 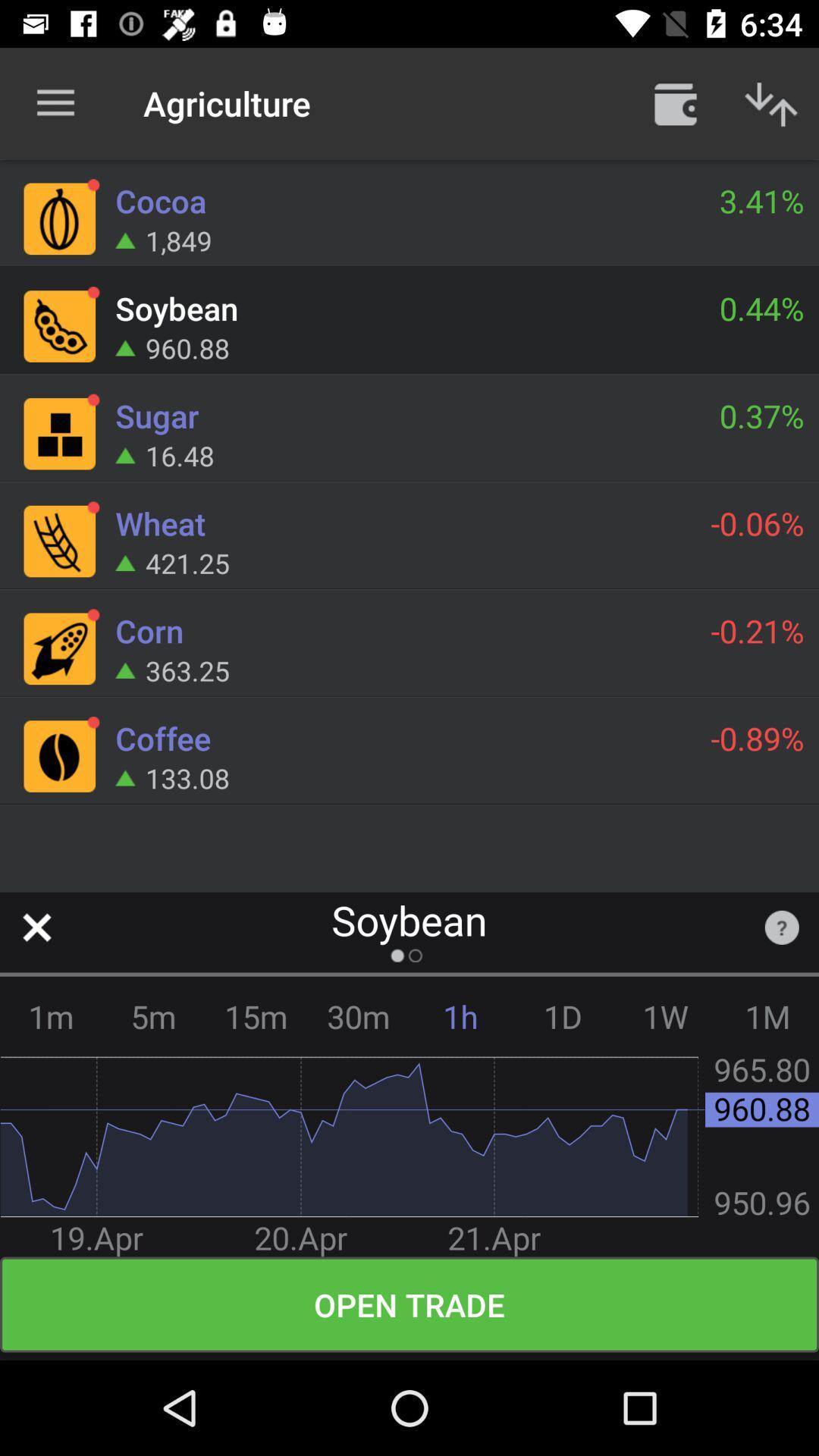 I want to click on exit out, so click(x=36, y=927).